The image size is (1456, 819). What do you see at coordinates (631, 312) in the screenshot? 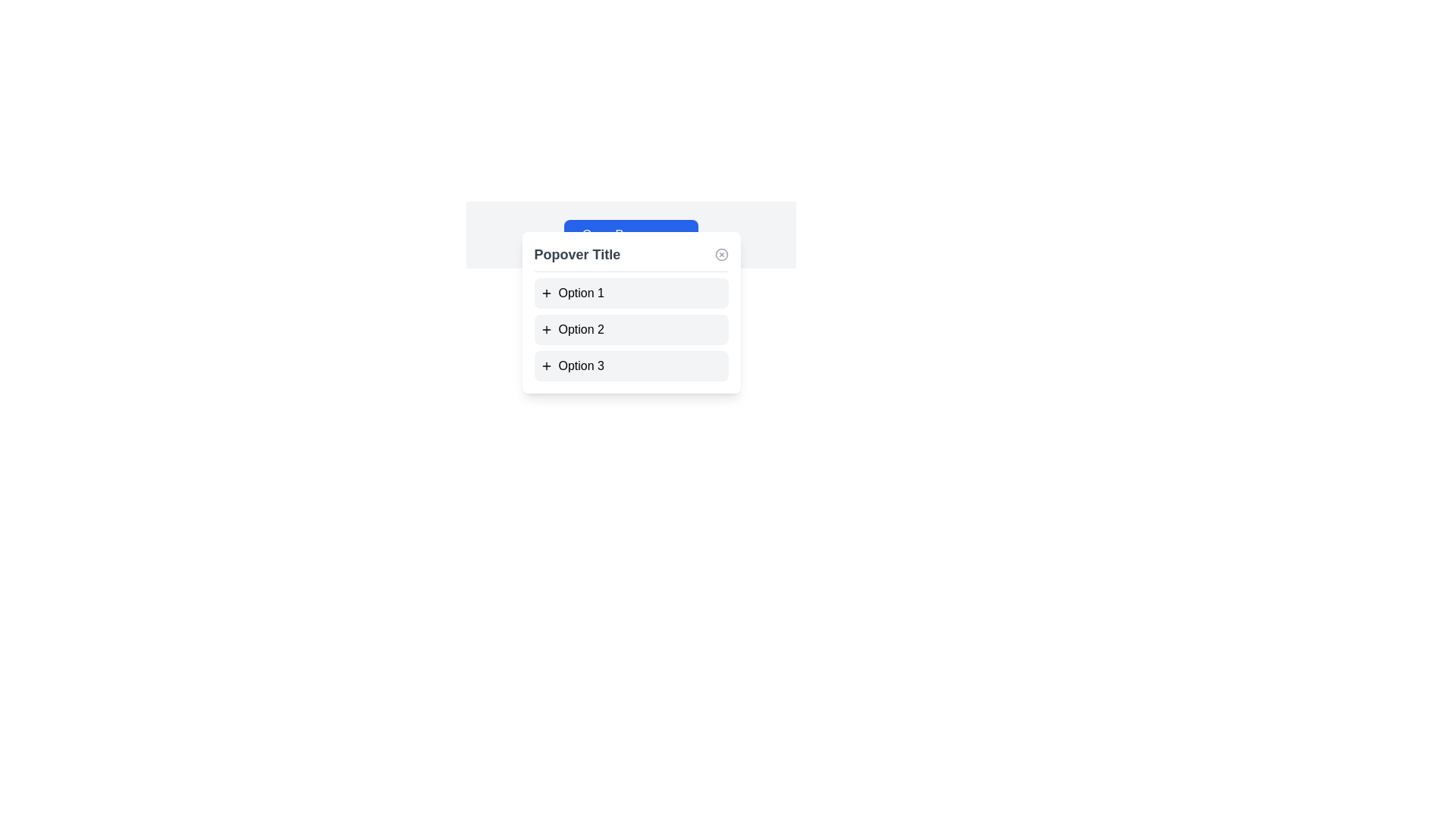
I see `the interactive menu element titled 'Popover Title'` at bounding box center [631, 312].